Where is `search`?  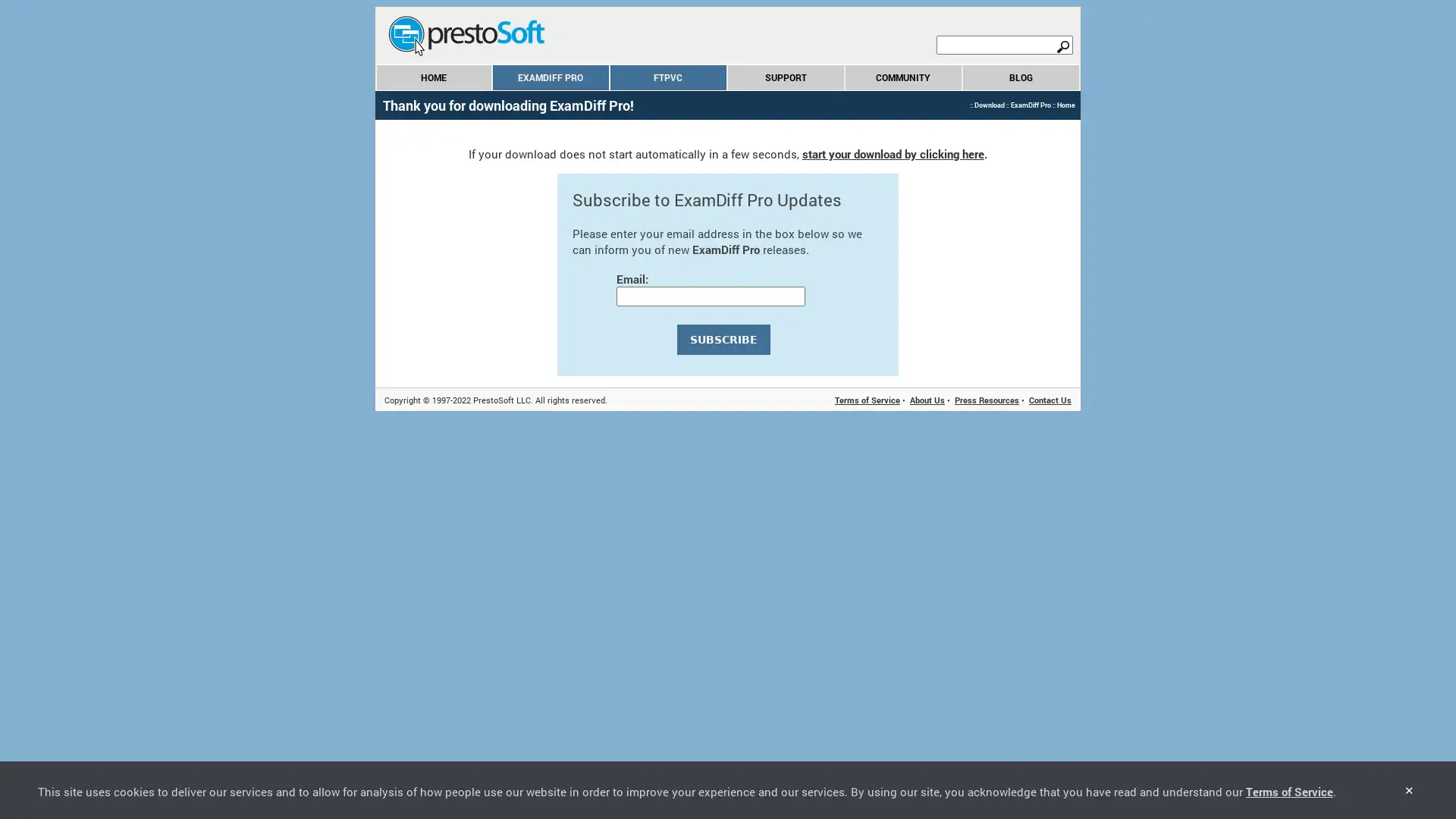 search is located at coordinates (1062, 45).